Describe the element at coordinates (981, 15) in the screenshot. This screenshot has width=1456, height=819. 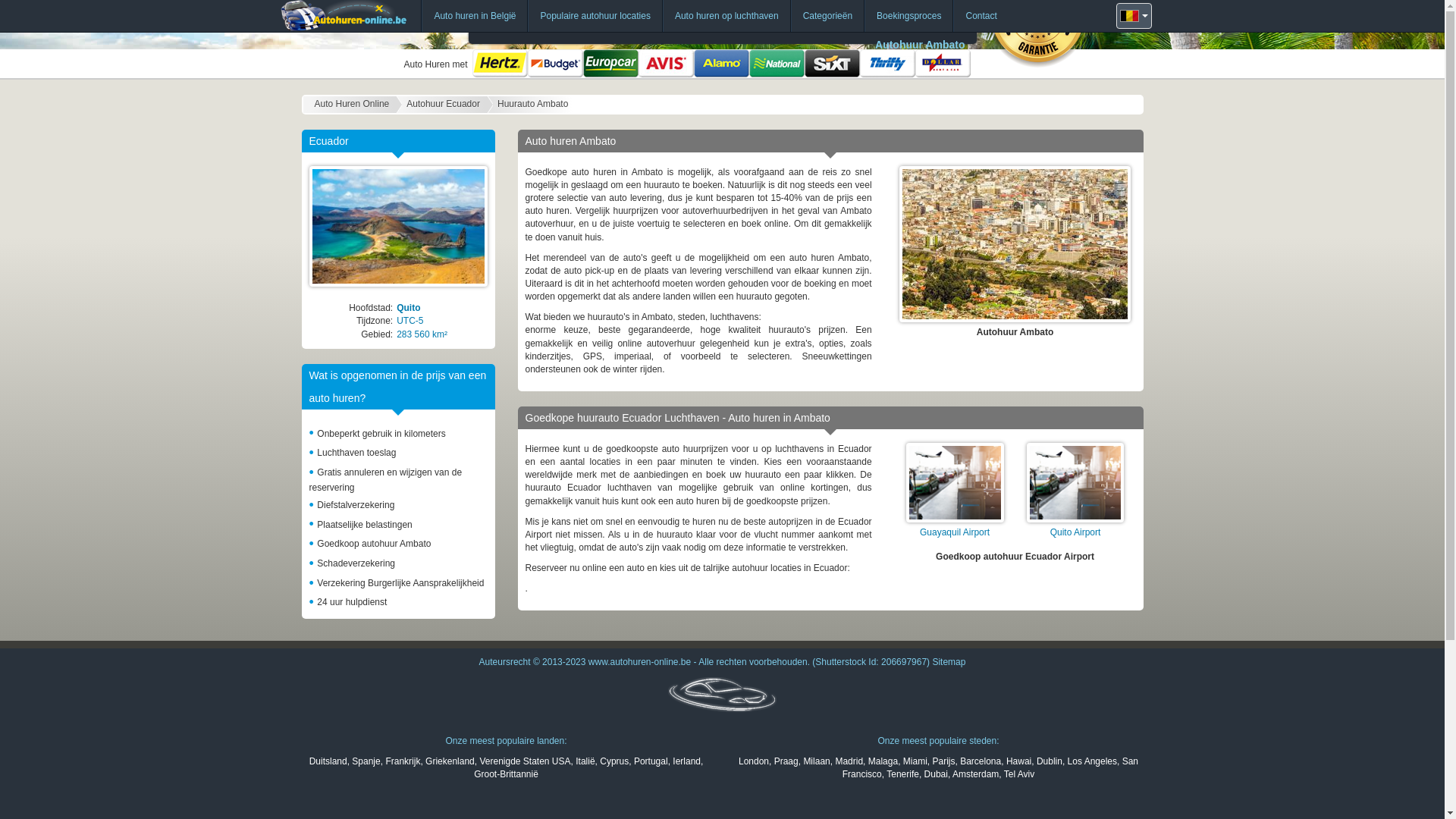
I see `'Contact'` at that location.